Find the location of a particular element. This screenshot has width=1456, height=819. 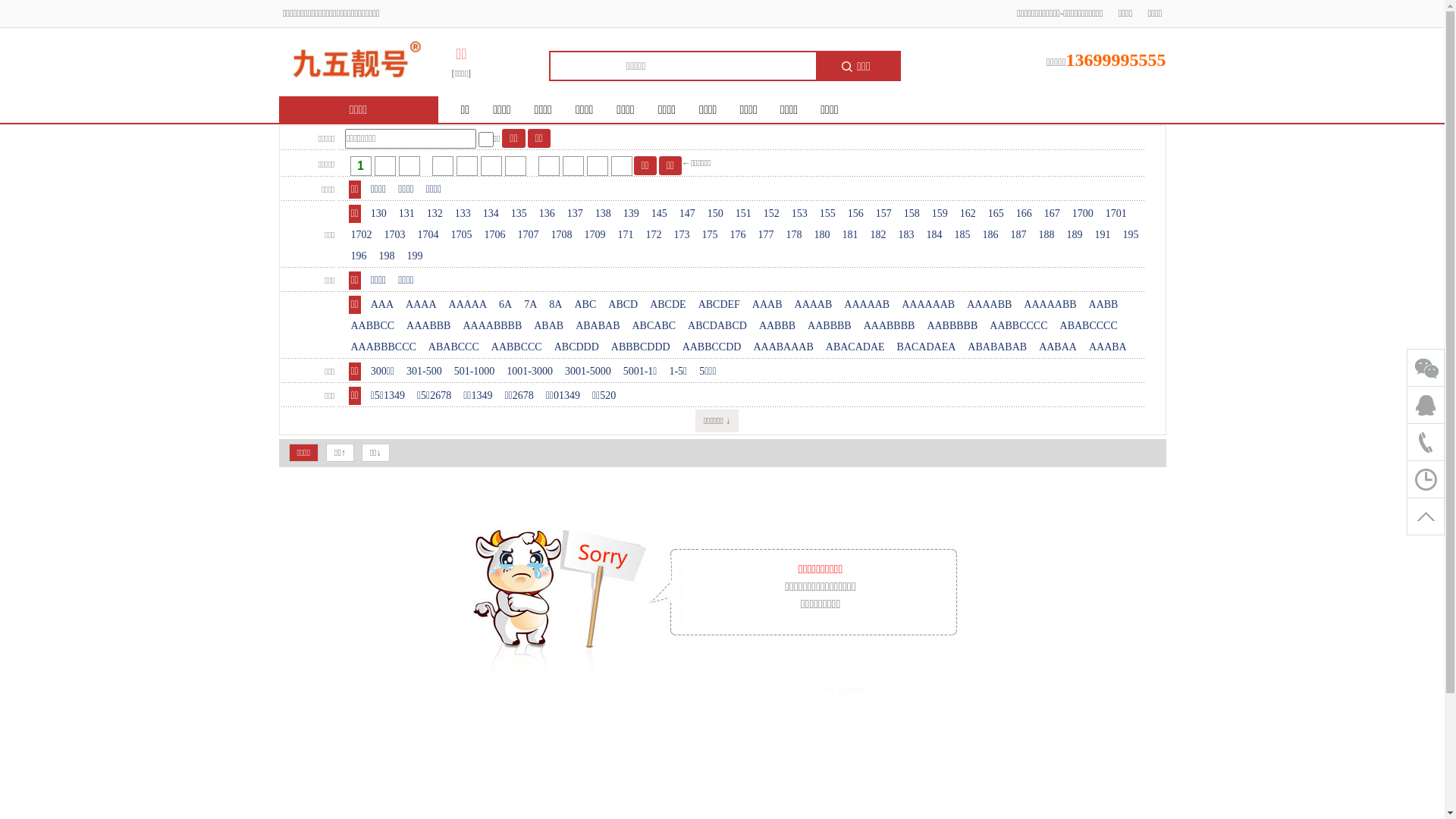

'AABBB' is located at coordinates (777, 325).